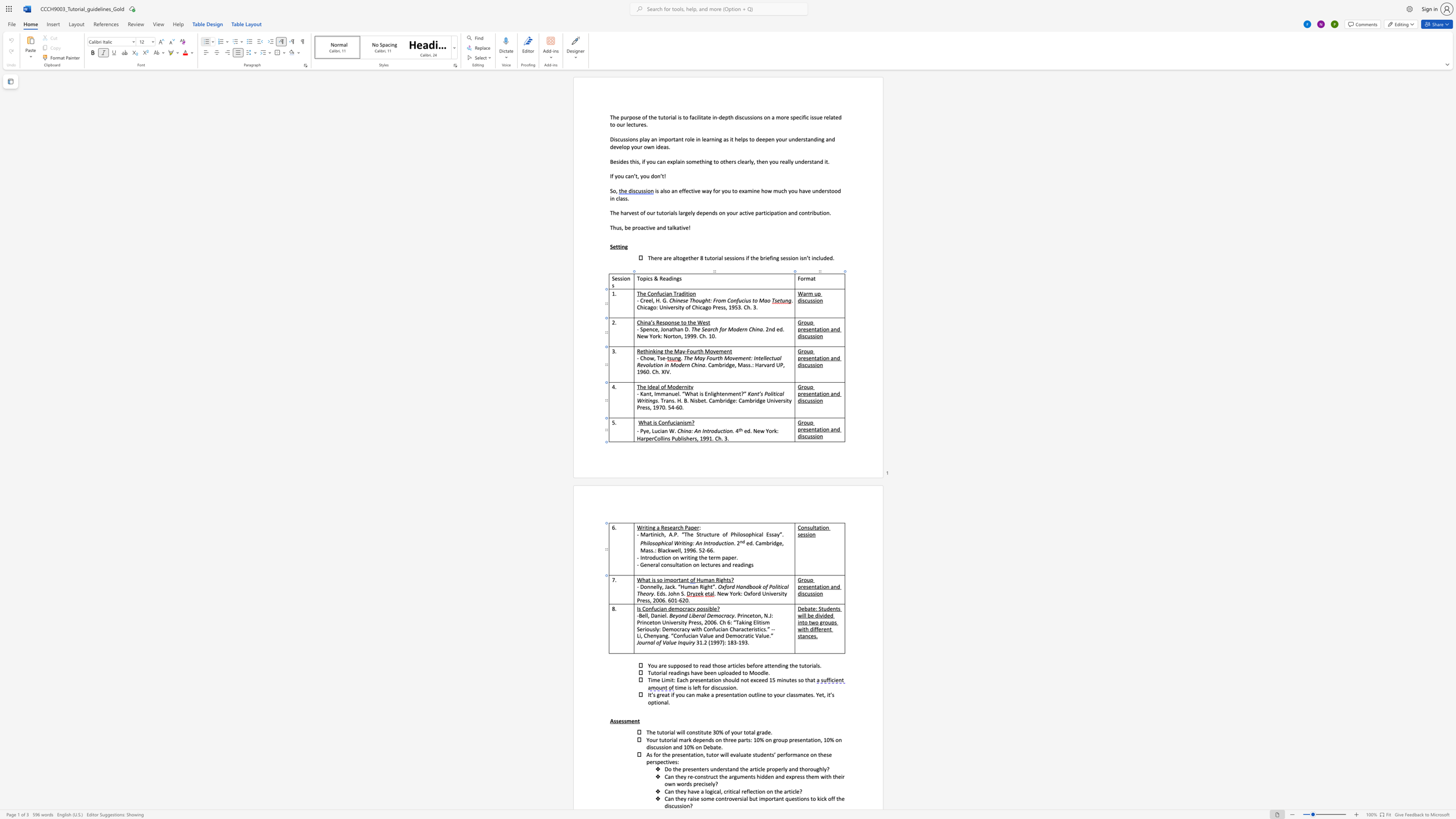 This screenshot has height=819, width=1456. What do you see at coordinates (653, 557) in the screenshot?
I see `the 1th character "d" in the text` at bounding box center [653, 557].